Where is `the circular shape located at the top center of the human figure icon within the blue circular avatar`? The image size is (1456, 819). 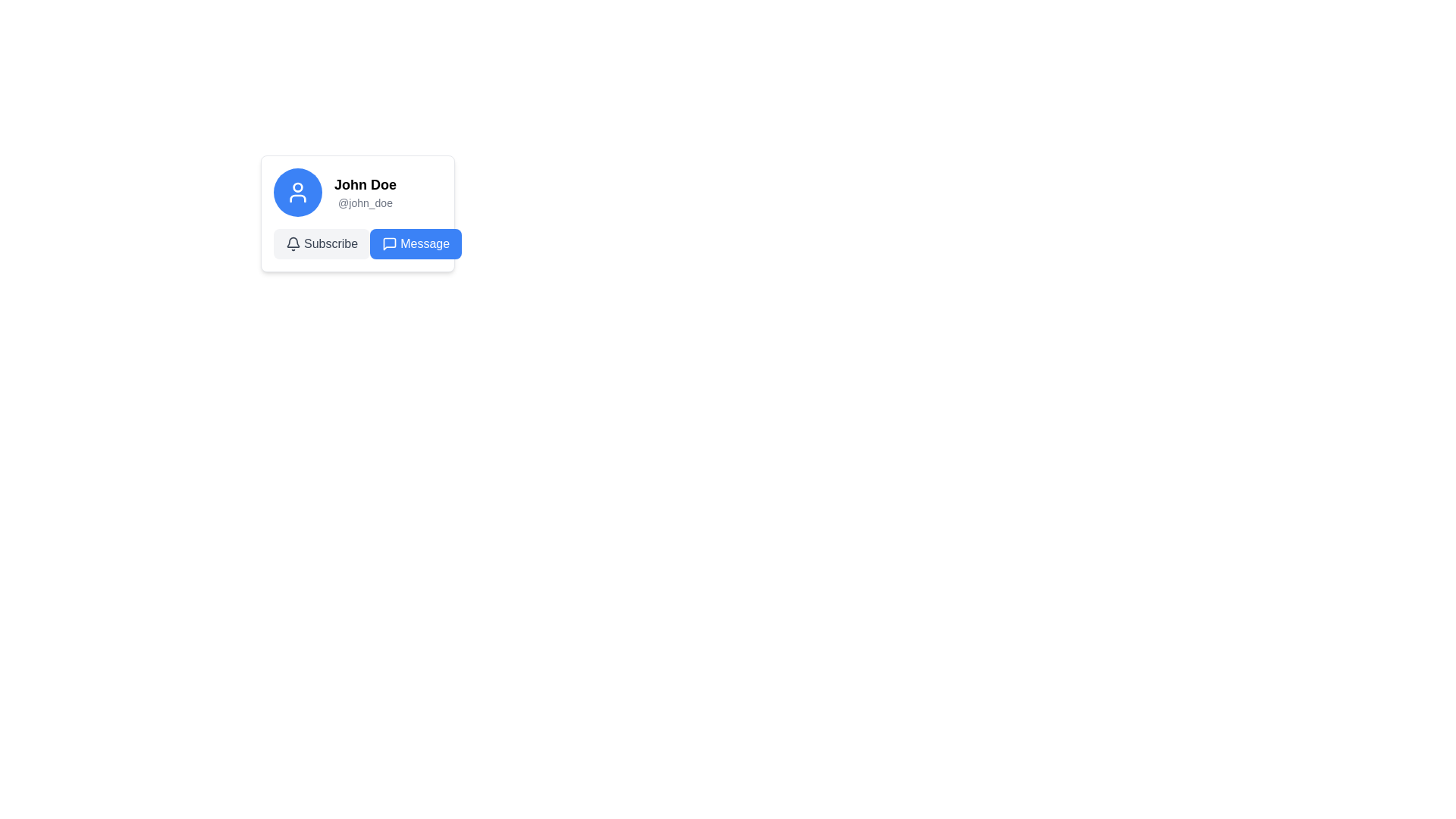 the circular shape located at the top center of the human figure icon within the blue circular avatar is located at coordinates (298, 186).